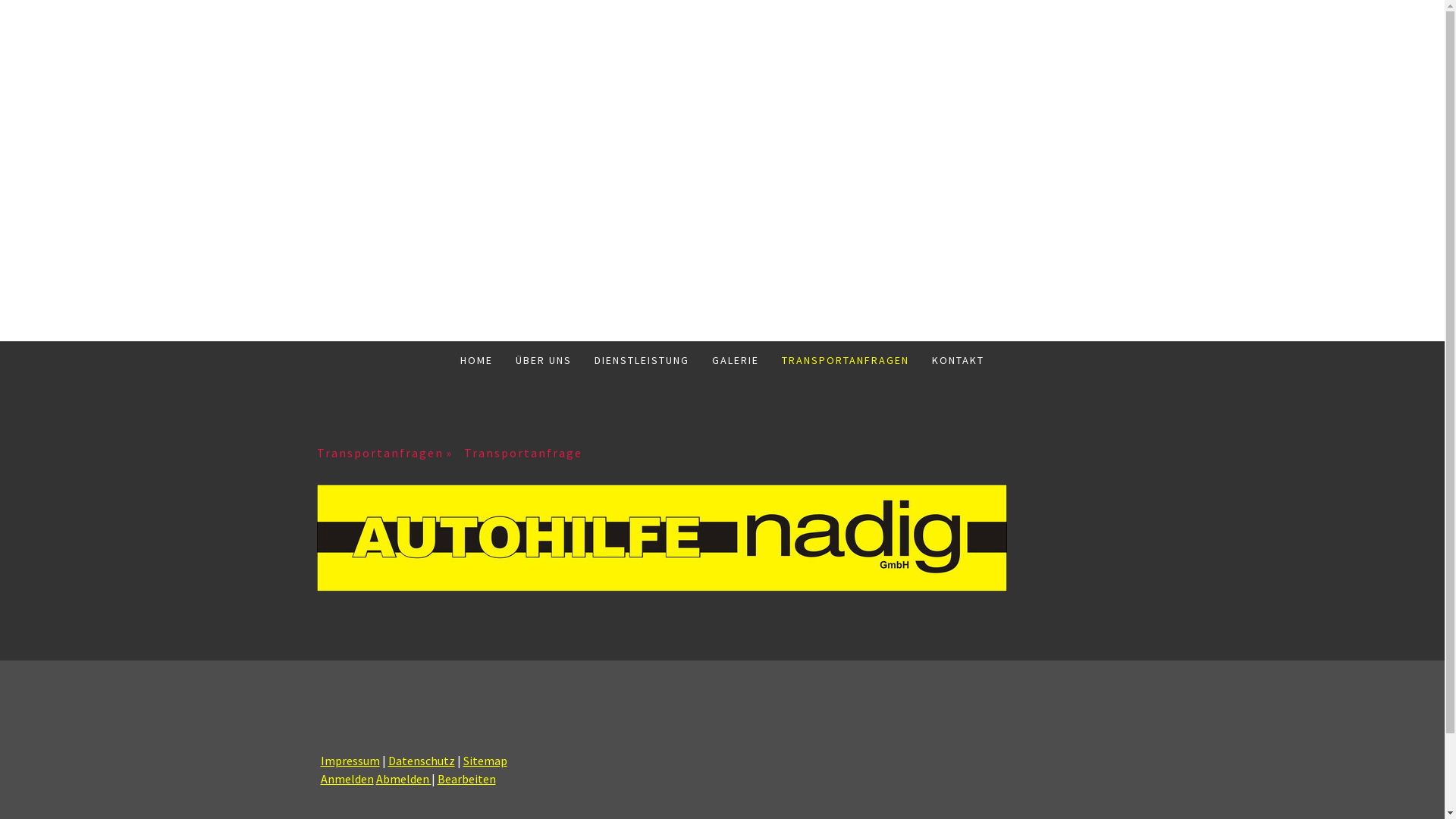 Image resolution: width=1456 pixels, height=819 pixels. Describe the element at coordinates (465, 778) in the screenshot. I see `'Bearbeiten'` at that location.